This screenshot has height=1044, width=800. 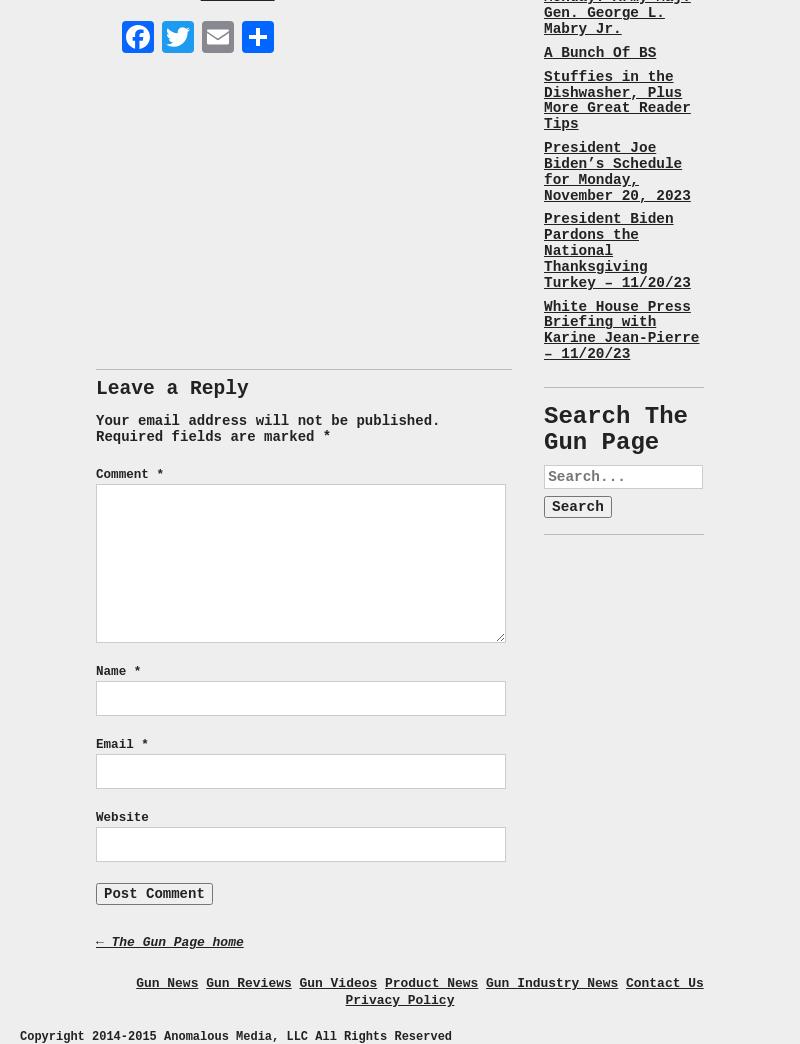 What do you see at coordinates (208, 434) in the screenshot?
I see `'Required fields are marked'` at bounding box center [208, 434].